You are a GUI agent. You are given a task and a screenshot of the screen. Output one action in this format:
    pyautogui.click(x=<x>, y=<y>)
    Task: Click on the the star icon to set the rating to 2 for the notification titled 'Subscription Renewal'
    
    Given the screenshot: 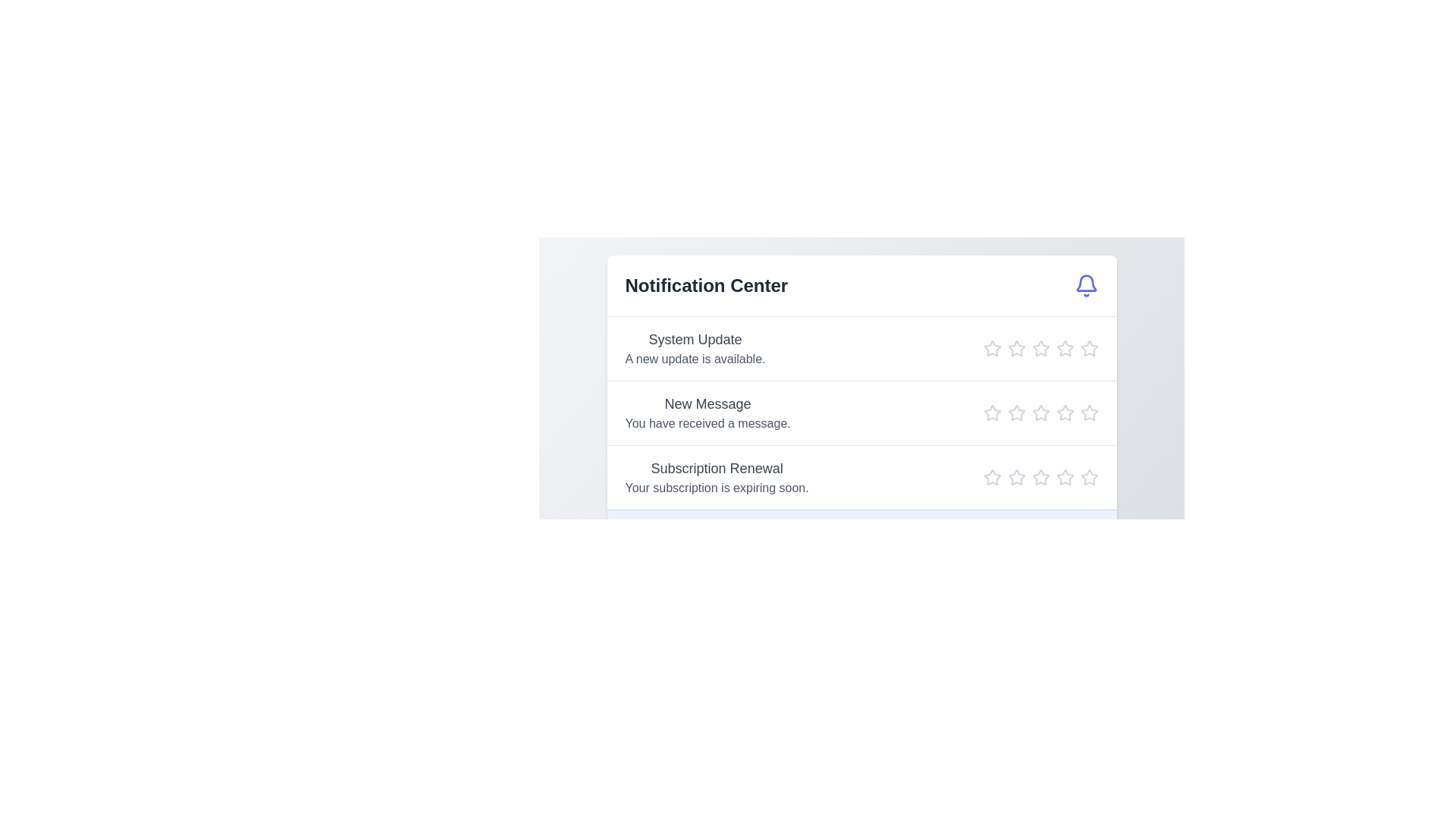 What is the action you would take?
    pyautogui.click(x=1016, y=476)
    